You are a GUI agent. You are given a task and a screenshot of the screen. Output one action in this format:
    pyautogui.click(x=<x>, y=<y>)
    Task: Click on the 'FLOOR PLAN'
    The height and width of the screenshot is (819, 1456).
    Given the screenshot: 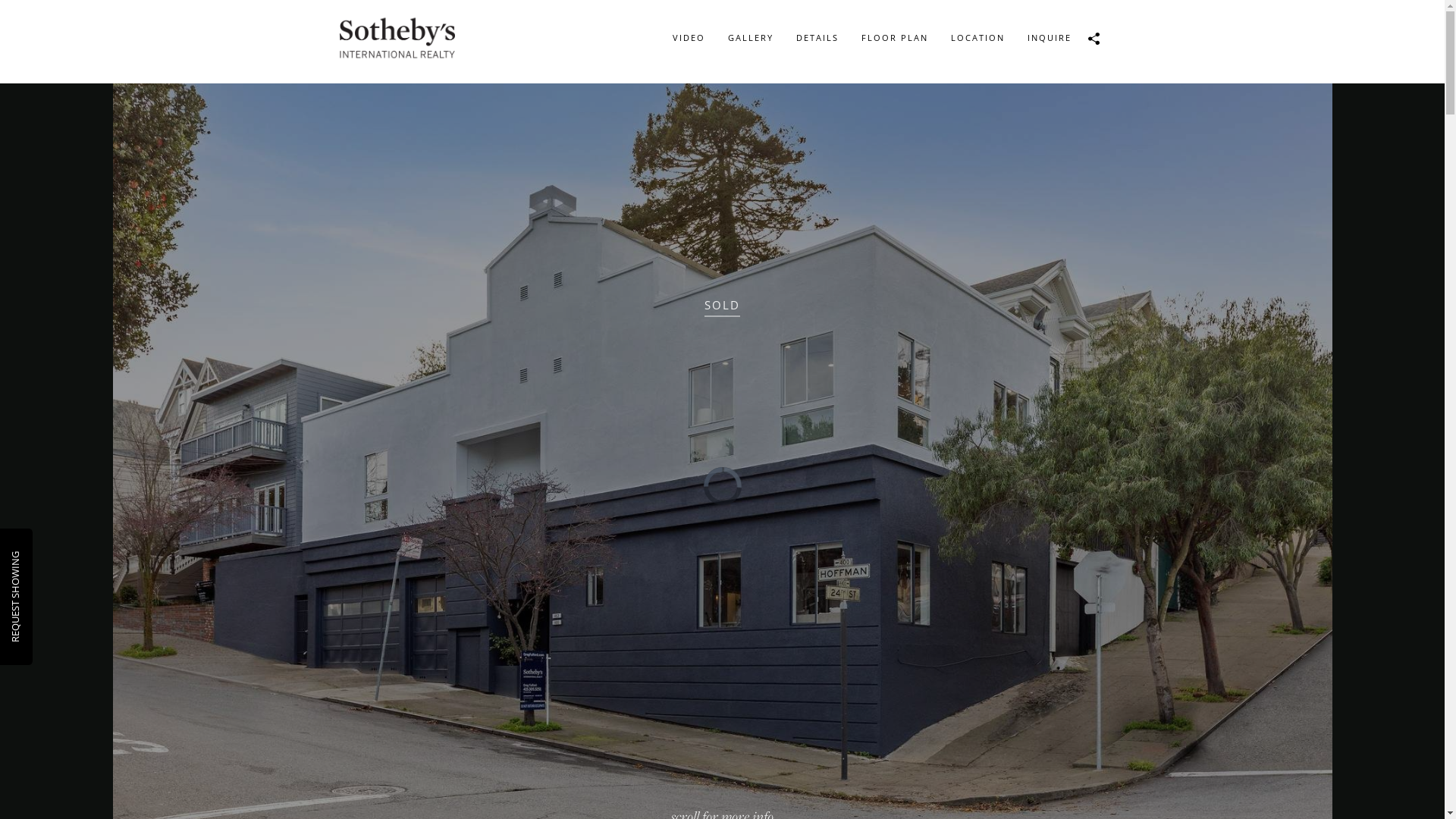 What is the action you would take?
    pyautogui.click(x=894, y=37)
    